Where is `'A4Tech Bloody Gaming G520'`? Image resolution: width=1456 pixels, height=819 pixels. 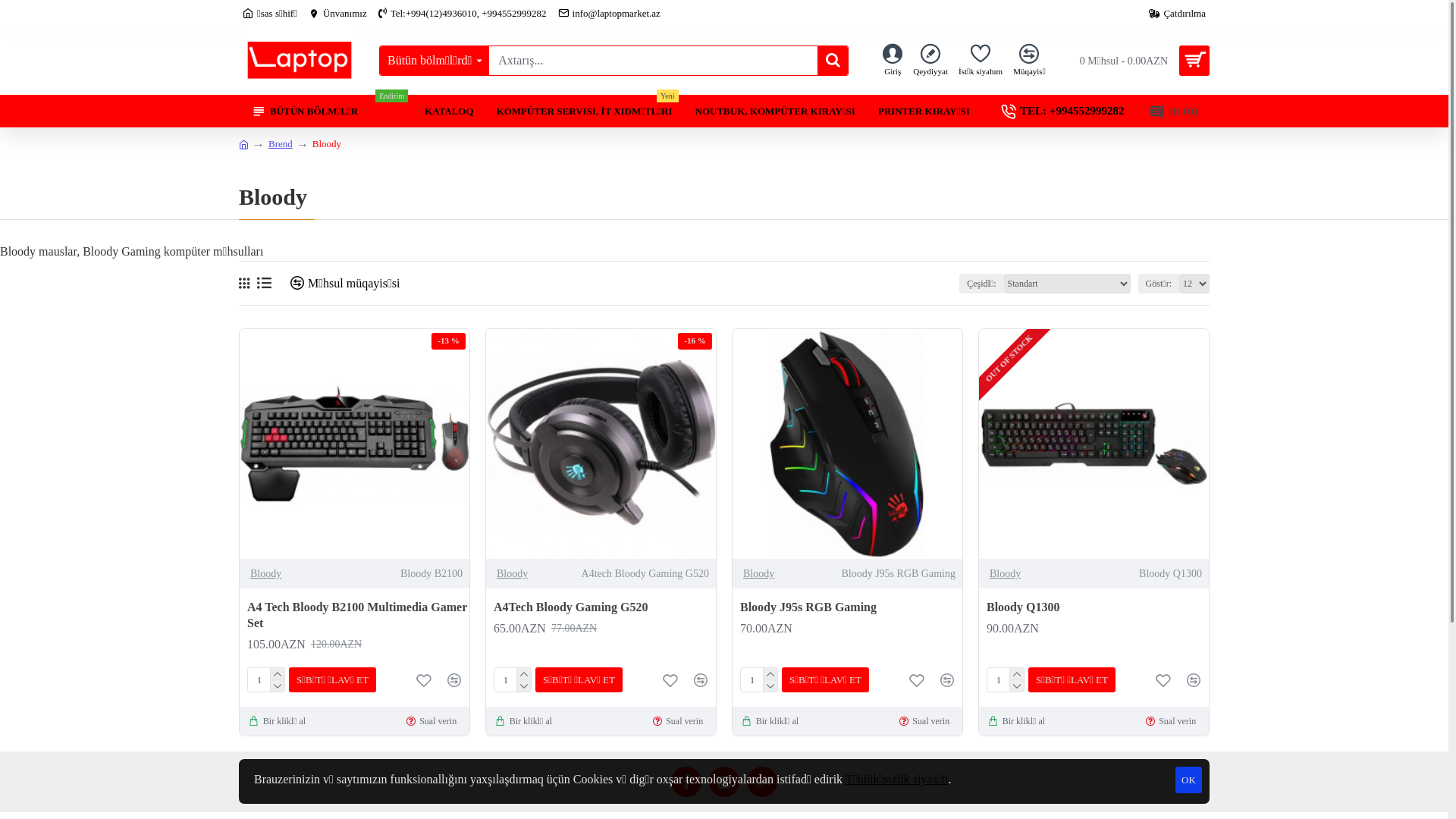 'A4Tech Bloody Gaming G520' is located at coordinates (570, 607).